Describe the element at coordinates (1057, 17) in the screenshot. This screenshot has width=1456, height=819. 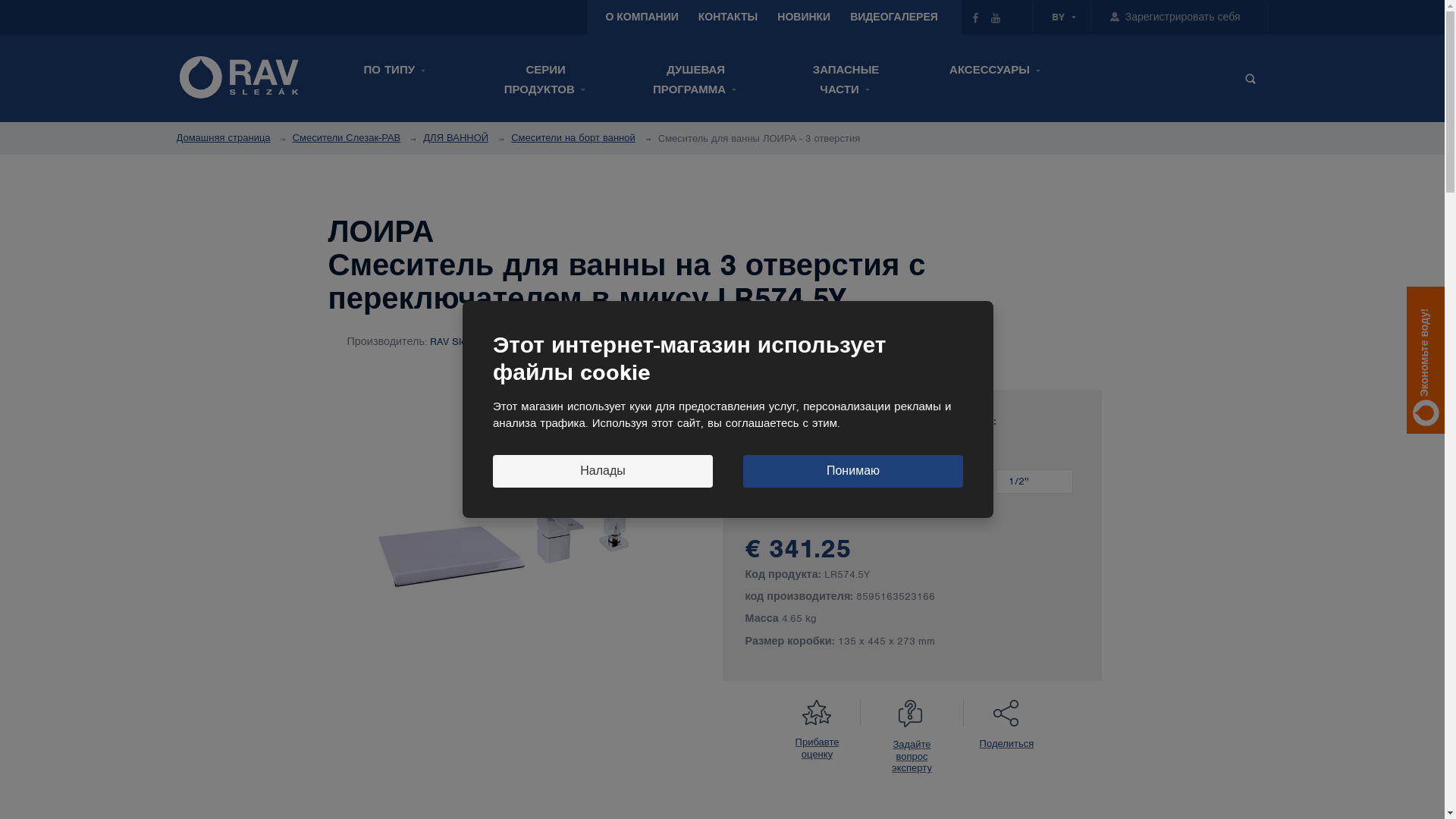
I see `'BY'` at that location.